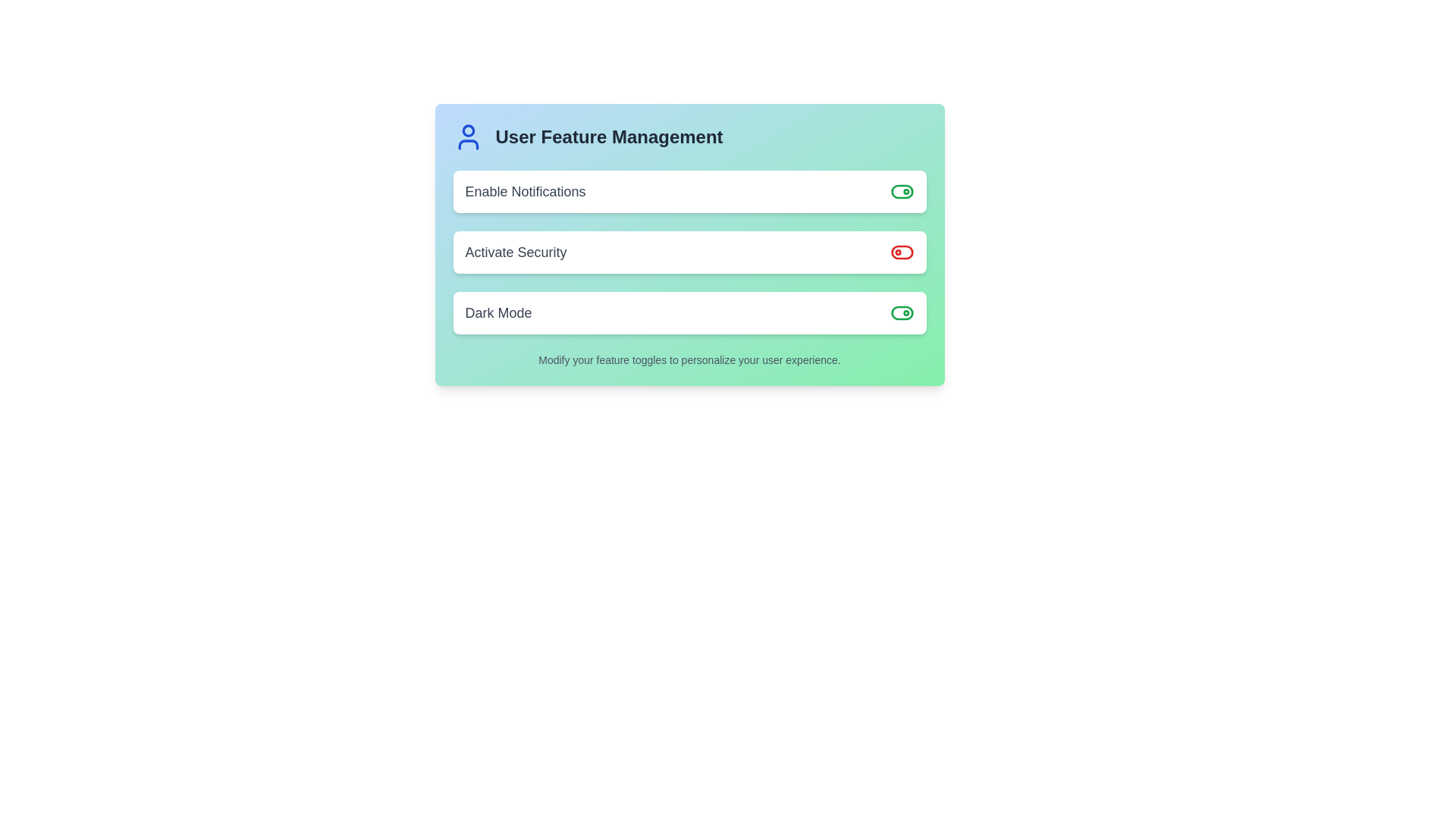 The height and width of the screenshot is (819, 1456). I want to click on the text header displaying 'User Feature Management', which is styled in a bold, large dark gray font and is positioned to the right of a user icon, so click(609, 137).